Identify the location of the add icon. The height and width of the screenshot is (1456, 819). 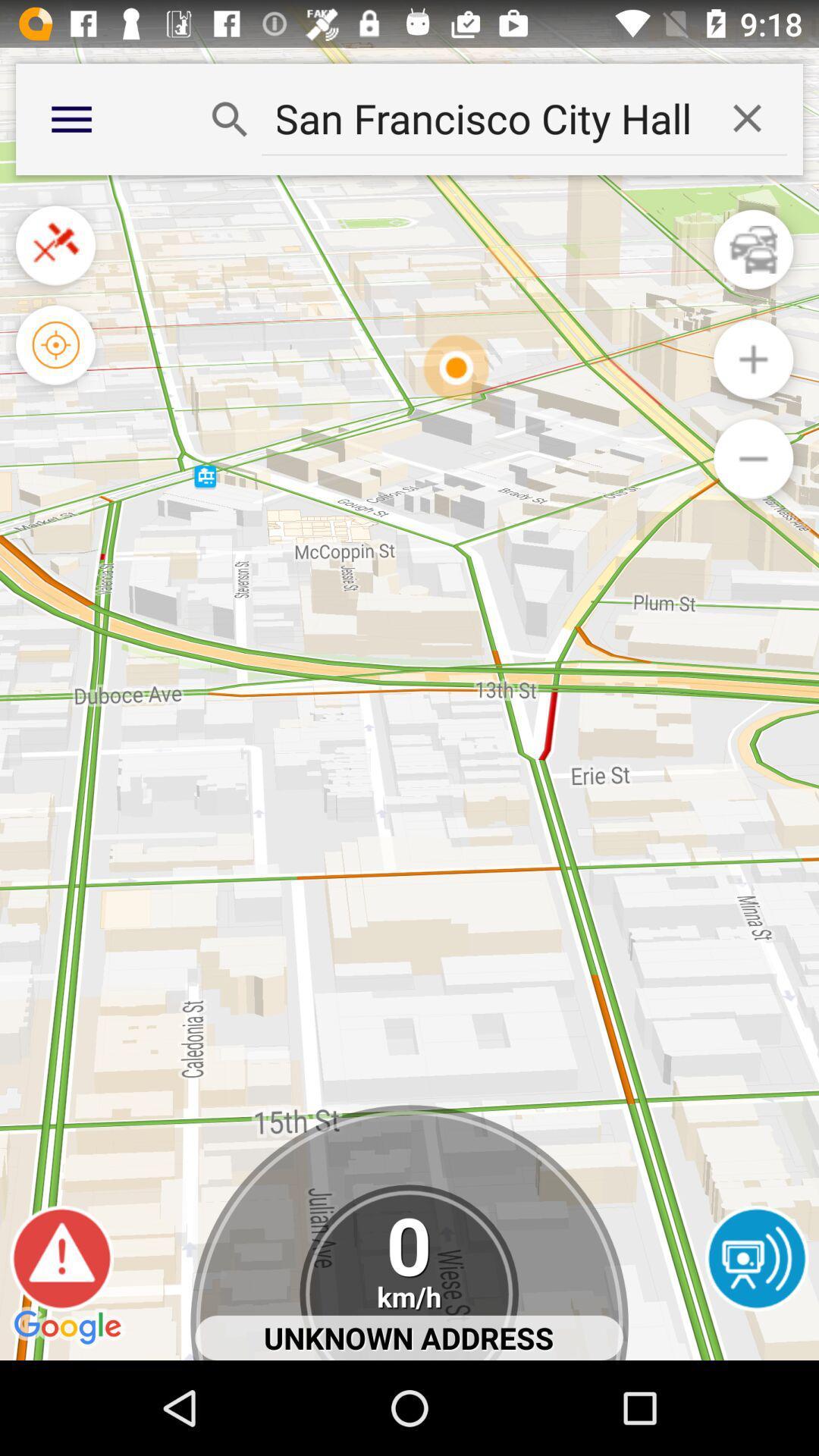
(753, 384).